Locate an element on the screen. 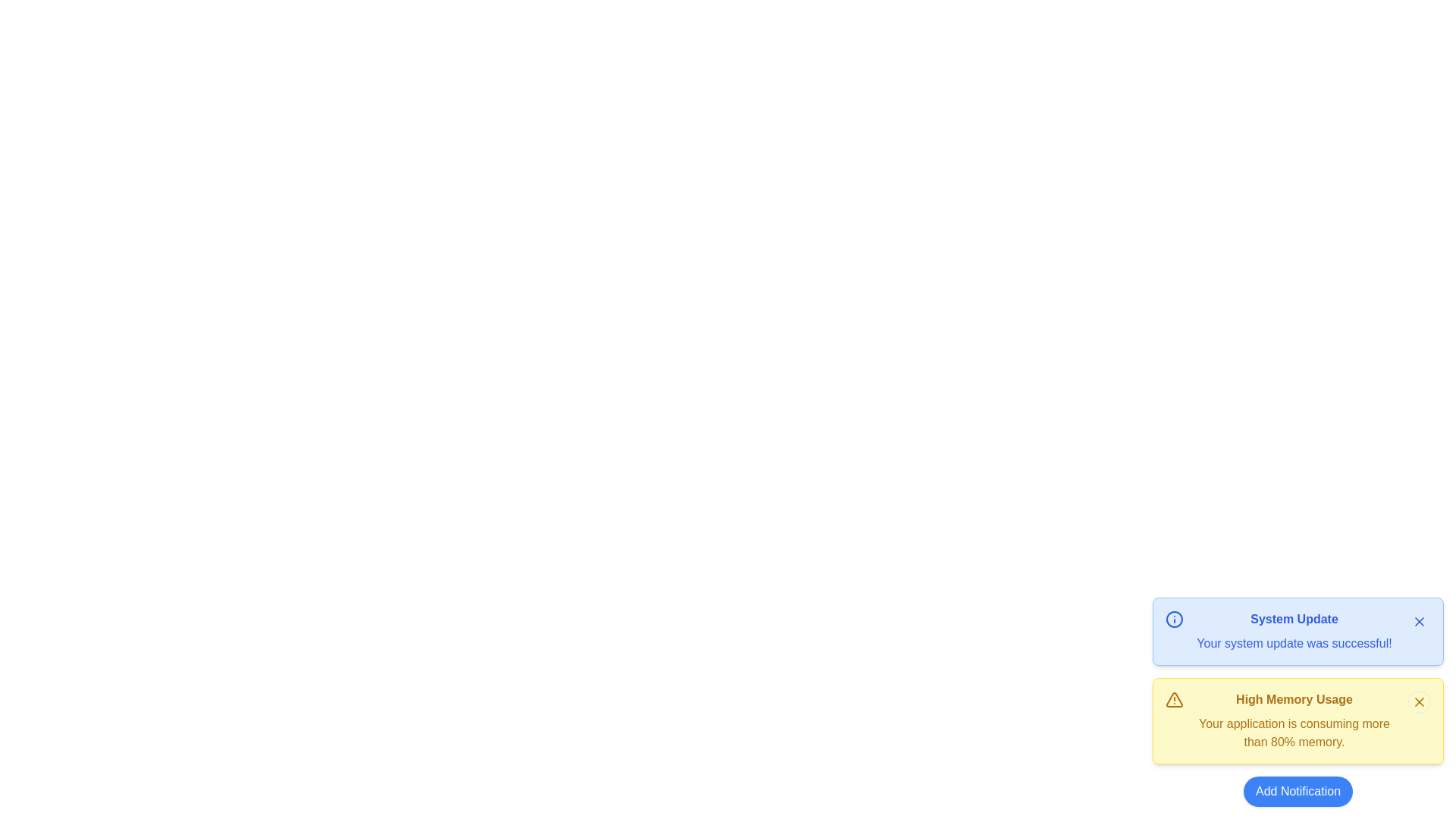  text label stating 'Your system update was successful!' located within the blue notification card below the heading 'System Update' is located at coordinates (1294, 643).